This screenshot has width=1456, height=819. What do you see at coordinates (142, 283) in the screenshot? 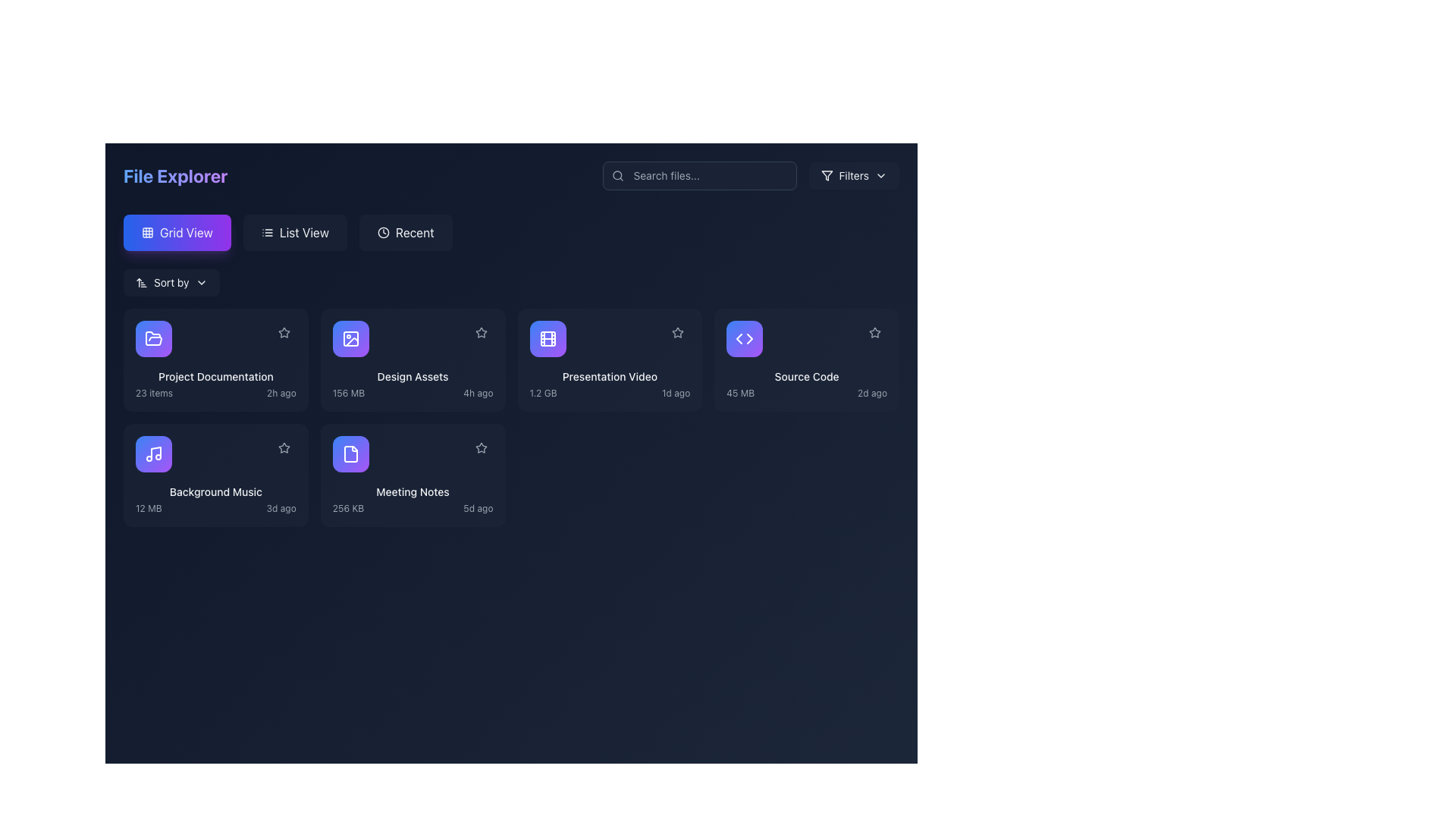
I see `the icon representing an arrow with a narrow-to-wide progression, which indicates sorting order and is positioned to the left of the 'Sort by' text` at bounding box center [142, 283].